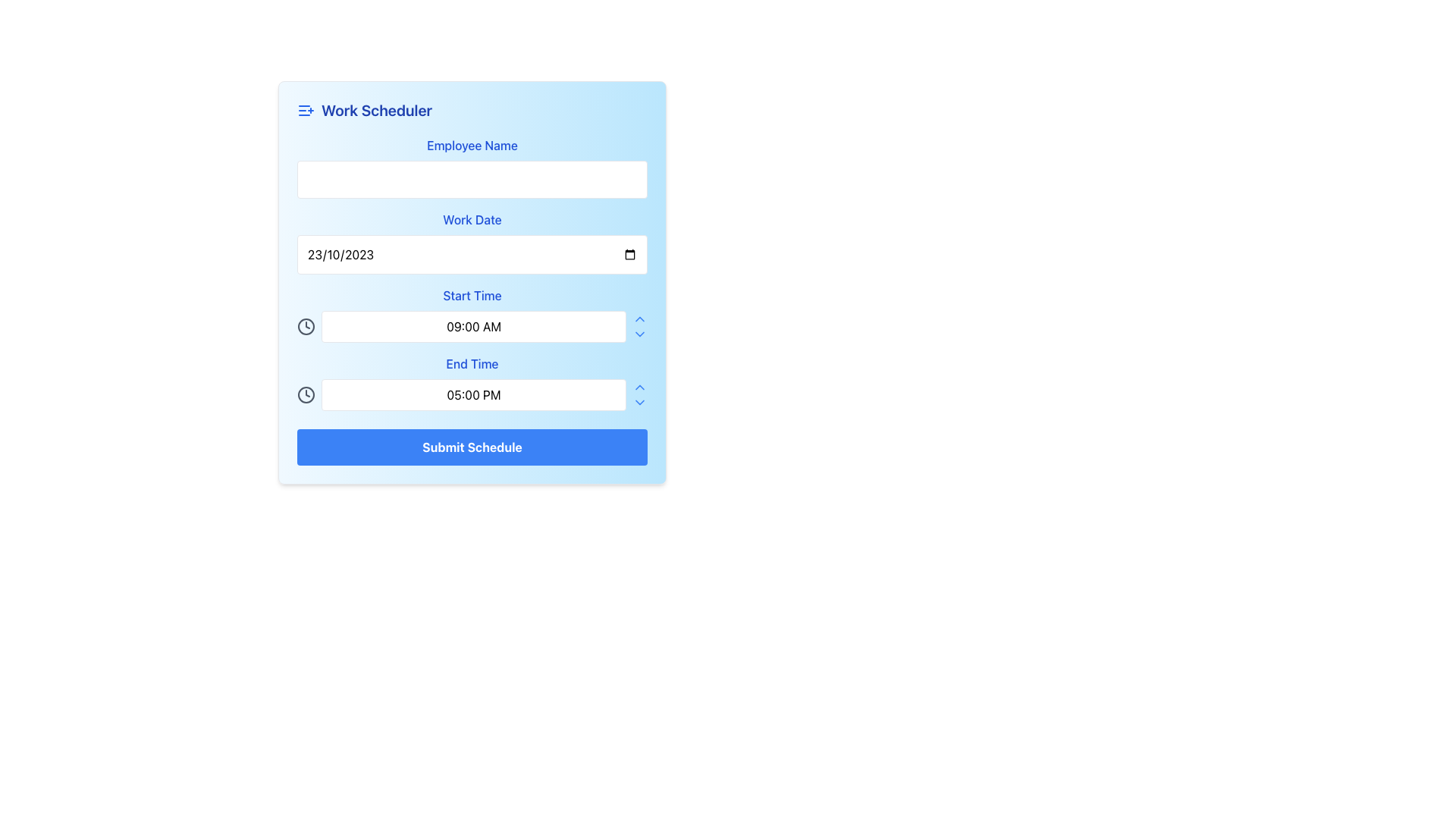  What do you see at coordinates (305, 394) in the screenshot?
I see `the gray clock icon located in the 'Work Scheduler' form, positioned to the left of the 'Start Time' input field` at bounding box center [305, 394].